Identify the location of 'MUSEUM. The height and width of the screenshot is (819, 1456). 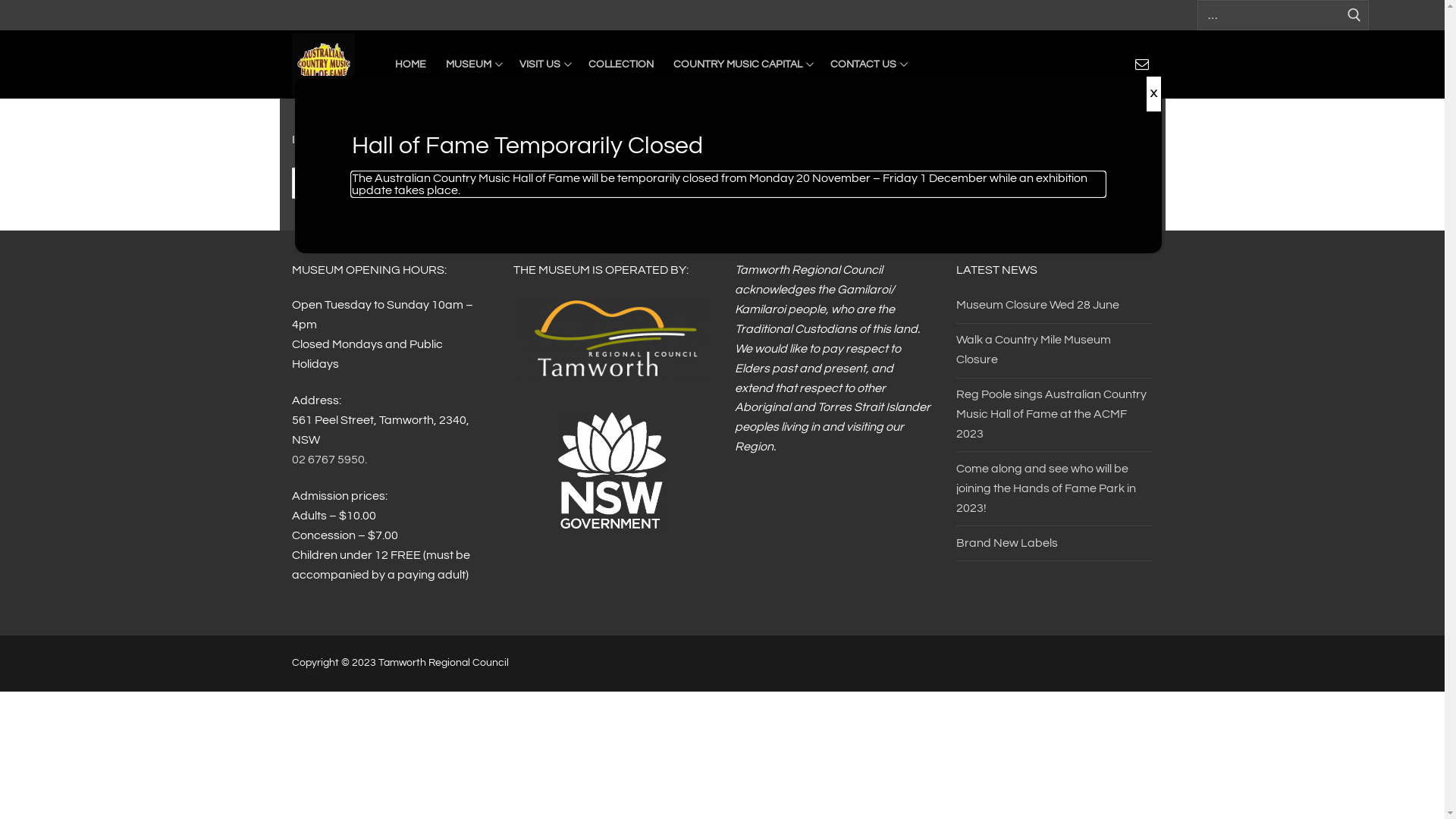
(471, 64).